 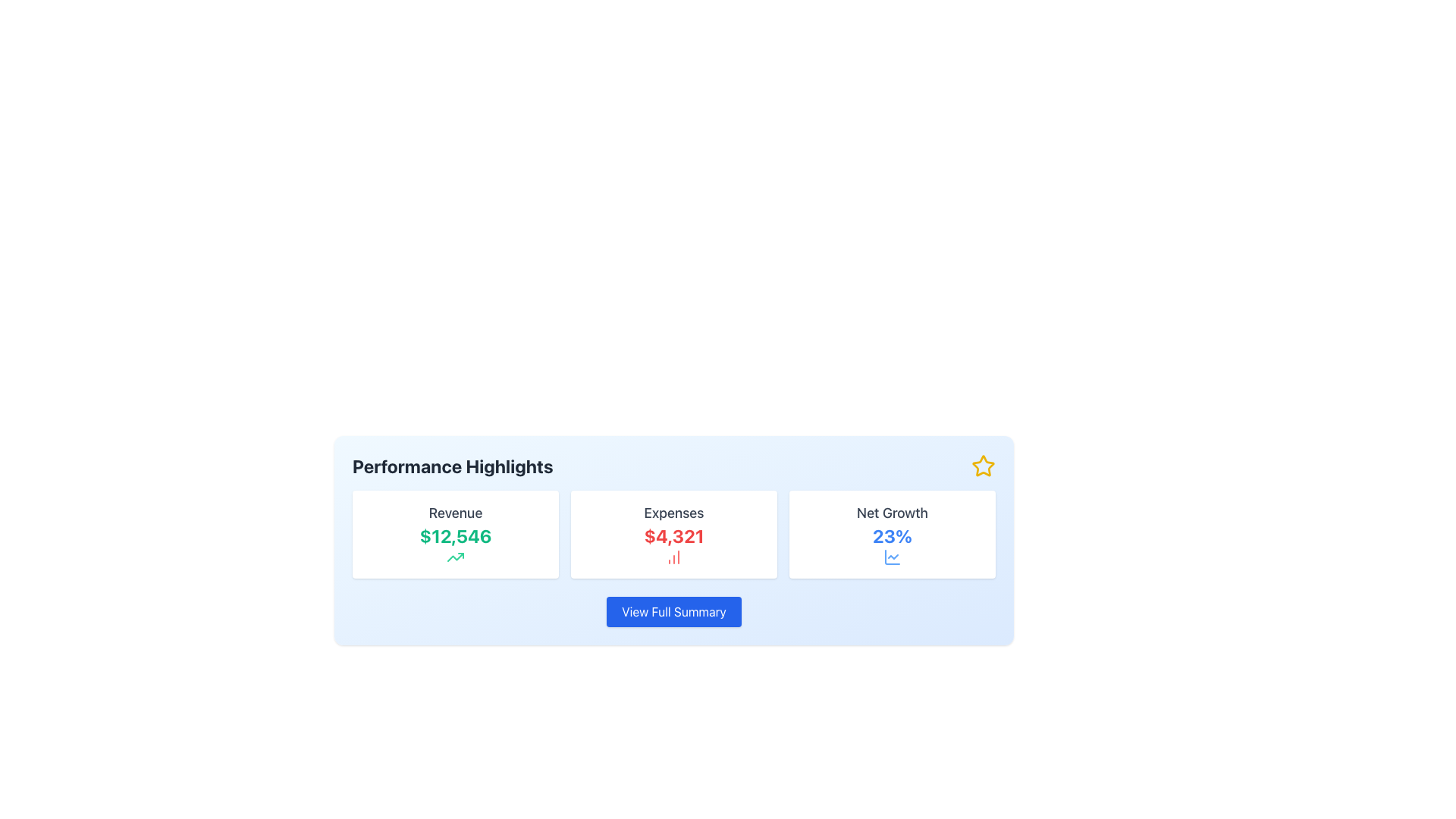 I want to click on displayed data from the Informational card showing 'Expenses' at the top, '$4,321' in the center, and a bar chart icon at the bottom, so click(x=673, y=534).